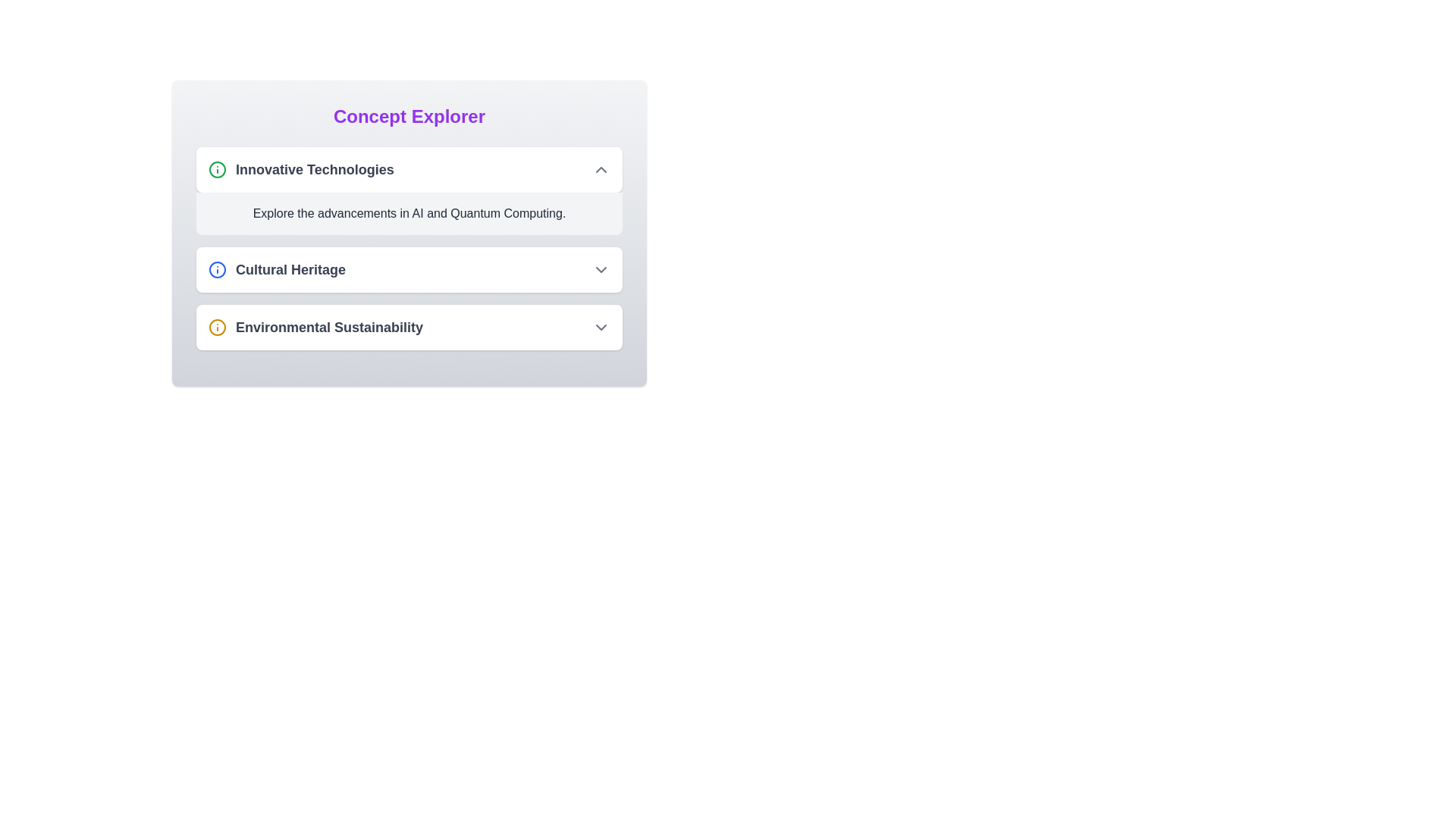 This screenshot has width=1456, height=819. What do you see at coordinates (277, 268) in the screenshot?
I see `the 'Cultural Heritage' label which is styled in gray and accompanied by a blue circular icon with an 'i' symbol, located in the second section under 'Concept Explorer'` at bounding box center [277, 268].